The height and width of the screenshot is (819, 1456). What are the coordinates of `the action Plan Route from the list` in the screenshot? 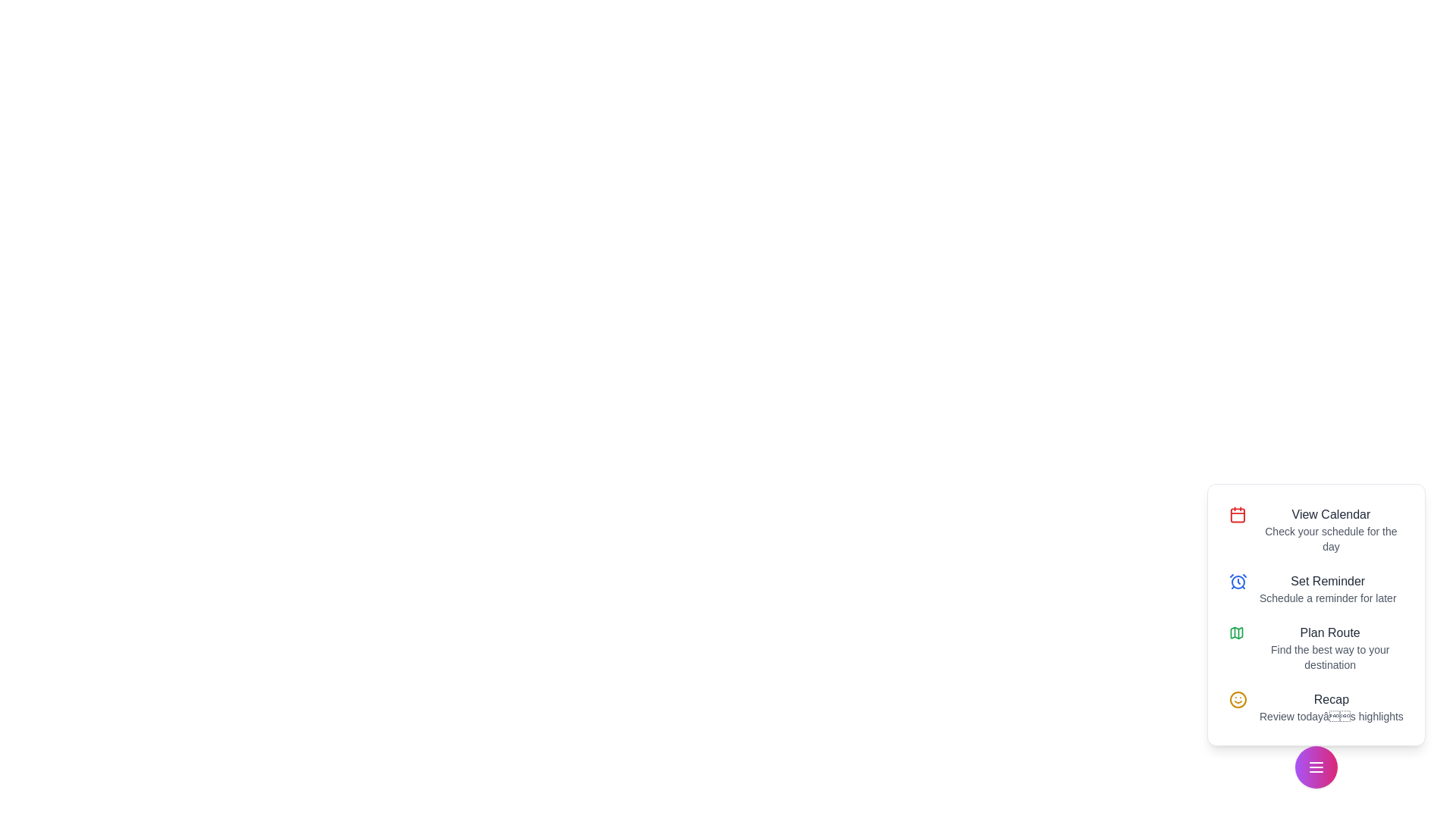 It's located at (1316, 648).